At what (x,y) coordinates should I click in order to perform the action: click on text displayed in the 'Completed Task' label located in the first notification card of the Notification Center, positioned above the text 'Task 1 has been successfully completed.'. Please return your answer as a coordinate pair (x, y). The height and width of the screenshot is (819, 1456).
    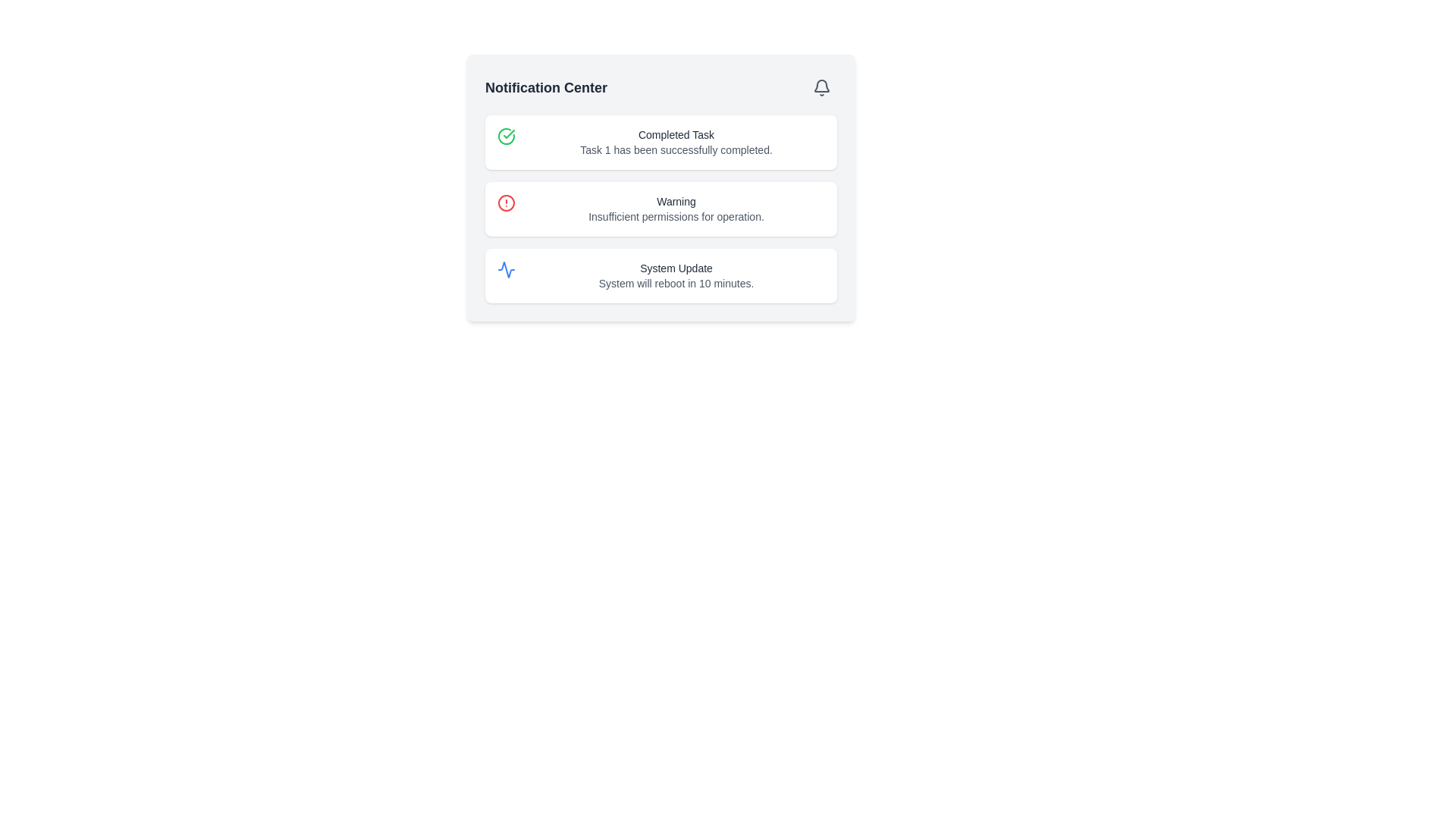
    Looking at the image, I should click on (676, 133).